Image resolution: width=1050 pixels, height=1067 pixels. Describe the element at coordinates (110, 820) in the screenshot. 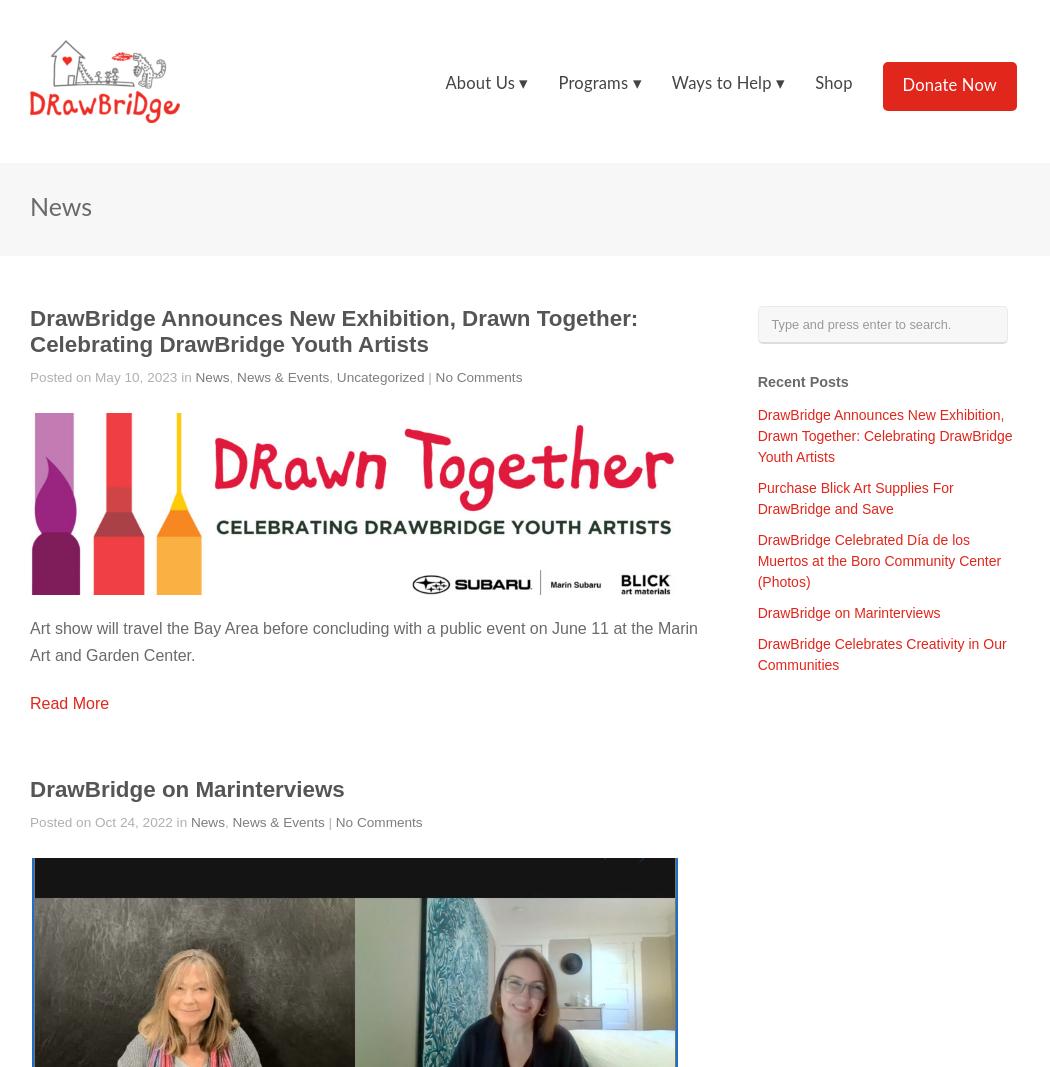

I see `'Posted 					
														on Oct 24, 2022							in'` at that location.